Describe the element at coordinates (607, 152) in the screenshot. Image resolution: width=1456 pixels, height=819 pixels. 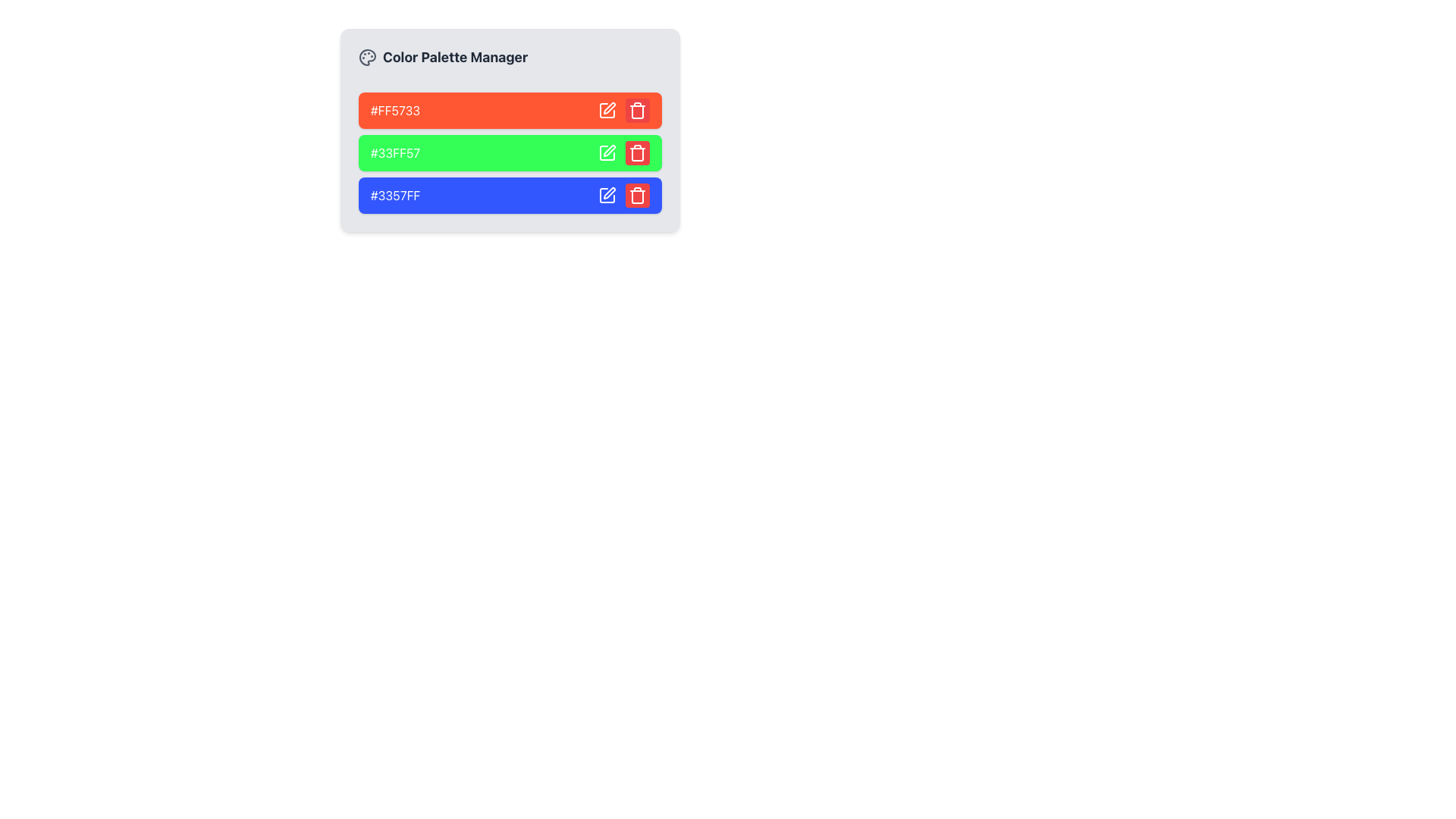
I see `the Edit Icon (Button) which is a small pen icon in a square, located to the right of the color code display in the green row of a color palette selection` at that location.